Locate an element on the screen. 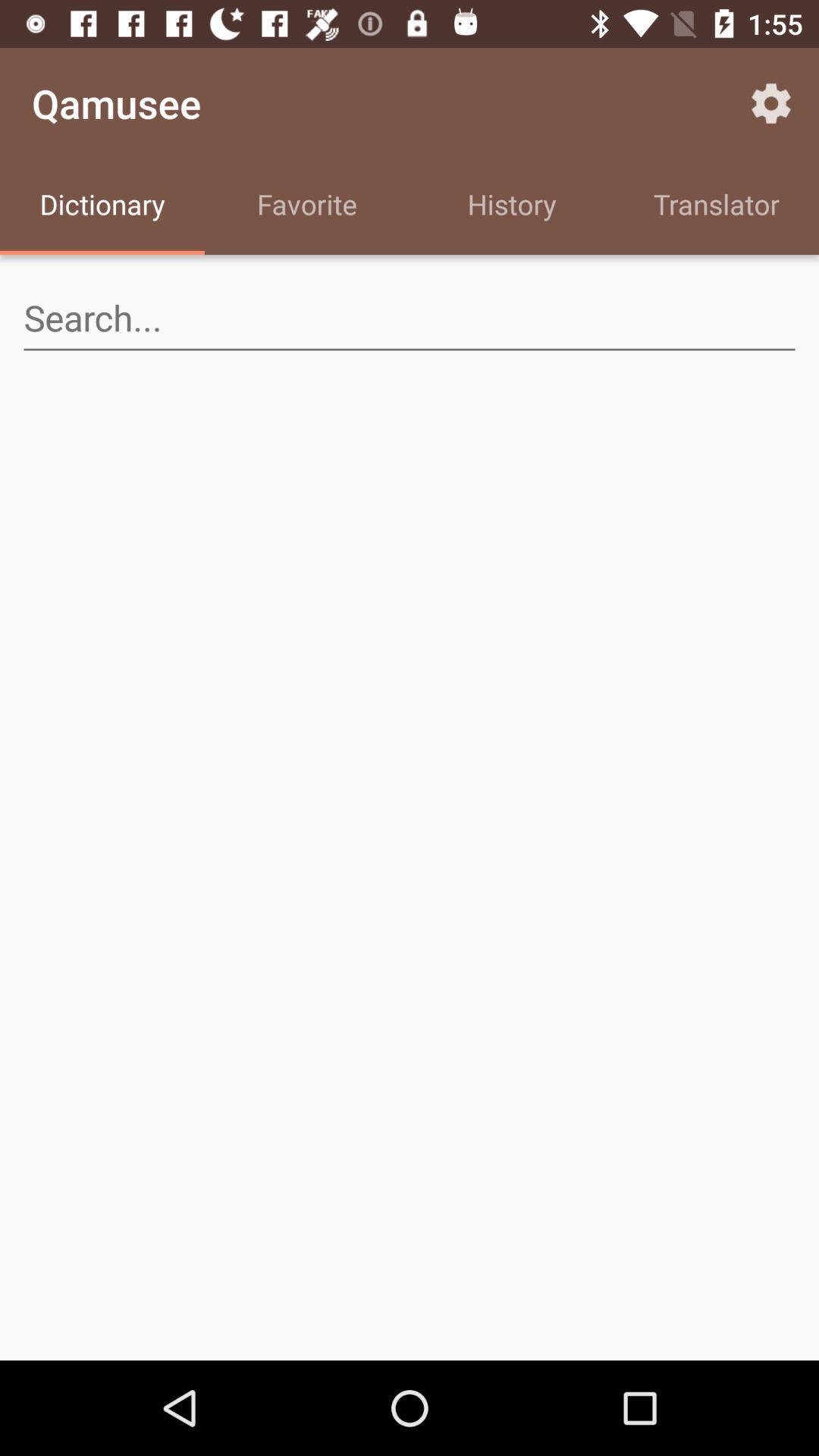  seach bar is located at coordinates (409, 318).